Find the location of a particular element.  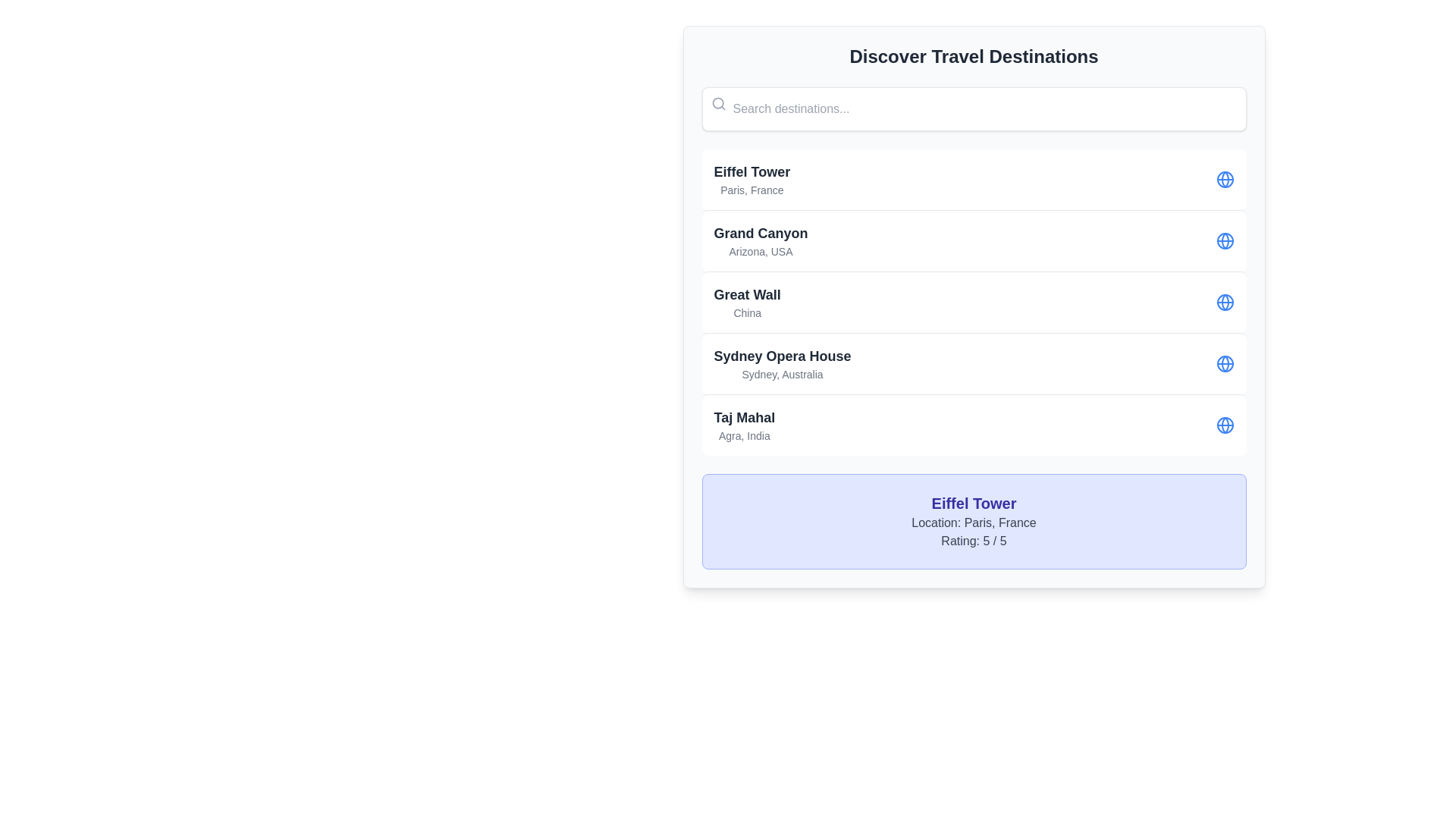

the text label displaying 'Grand Canyon' in bold, which is the second item in the vertical list of travel destinations is located at coordinates (761, 240).